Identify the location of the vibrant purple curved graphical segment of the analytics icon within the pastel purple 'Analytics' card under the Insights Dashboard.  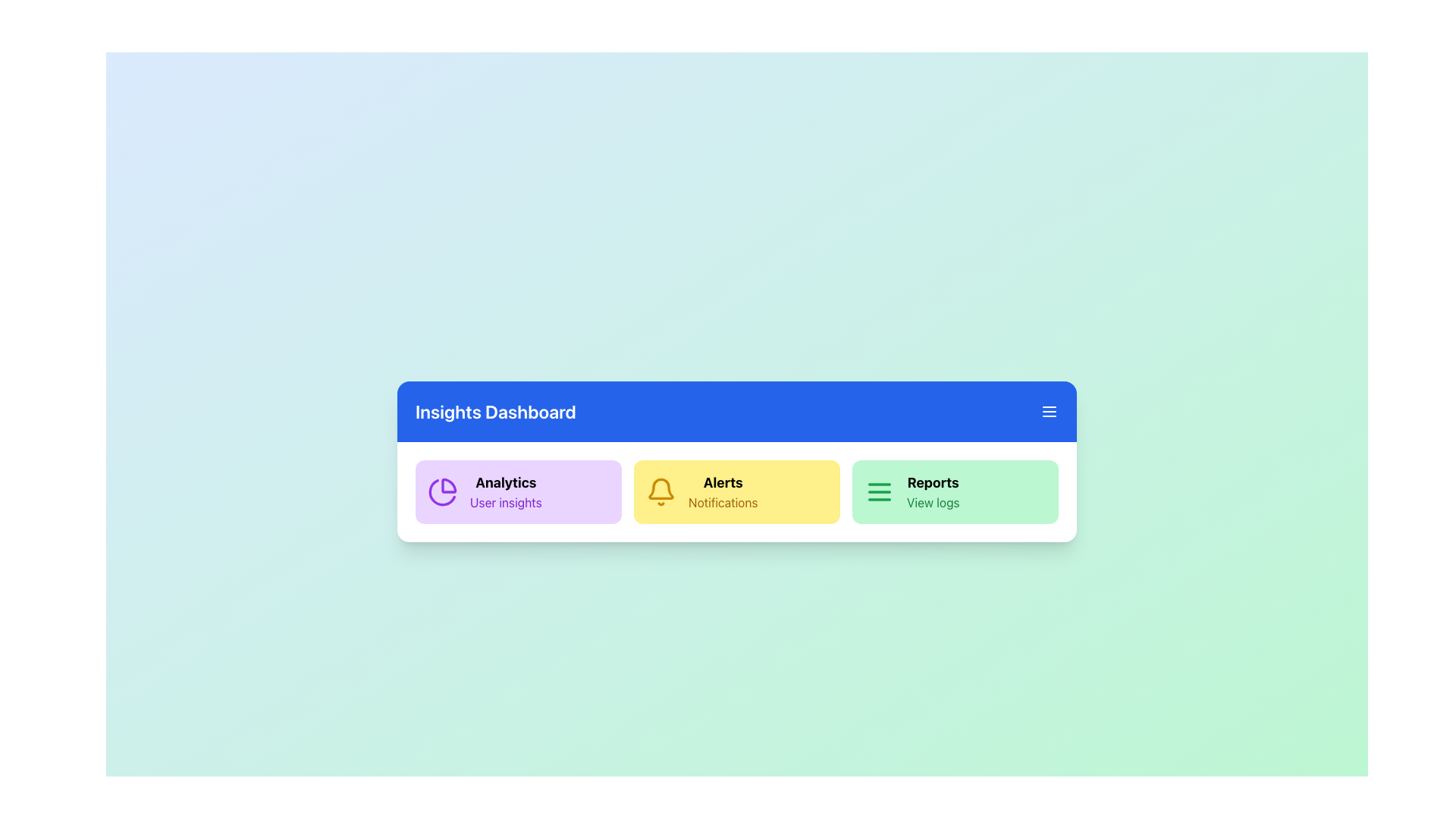
(441, 492).